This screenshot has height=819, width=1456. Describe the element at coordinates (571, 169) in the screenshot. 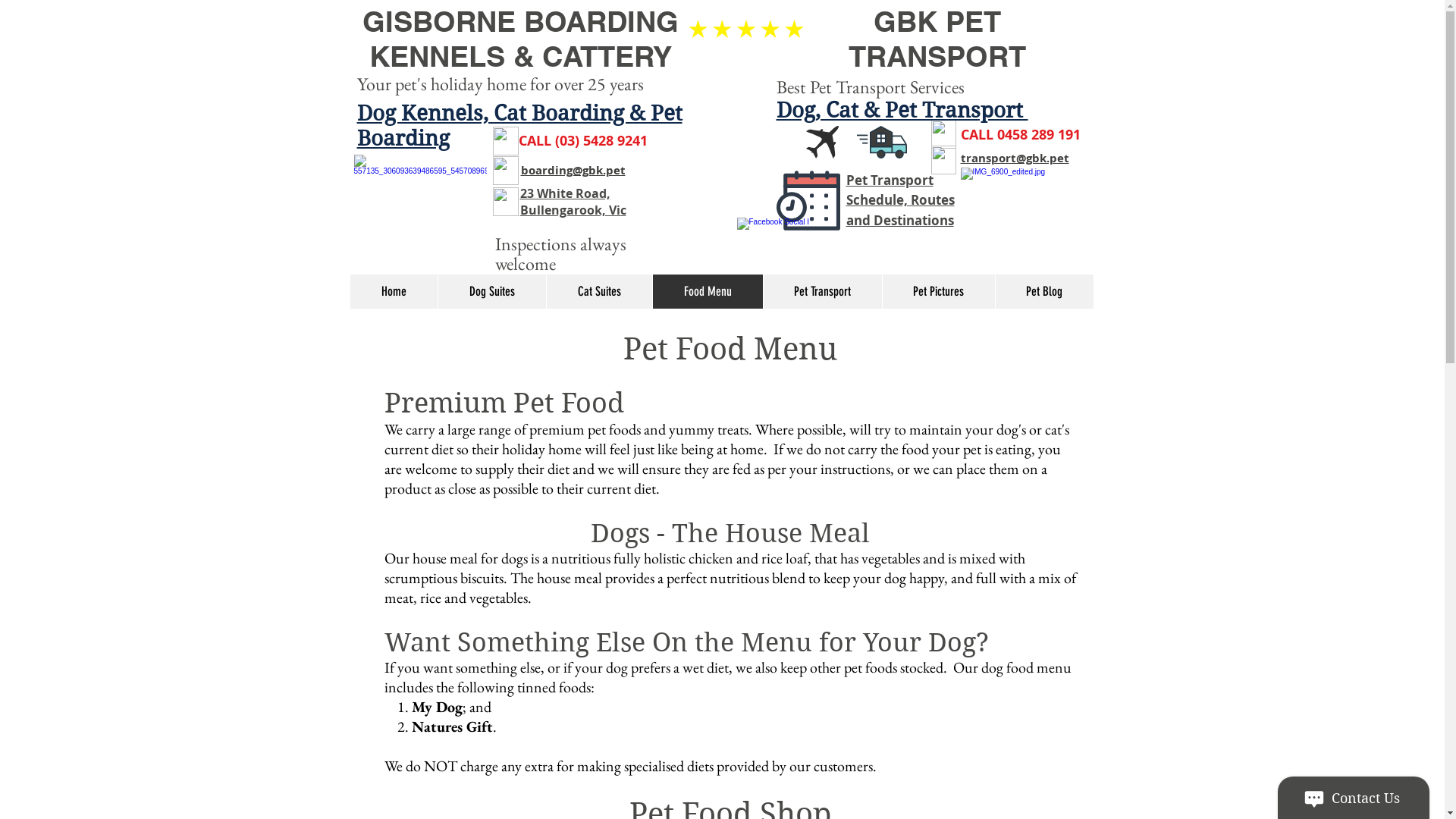

I see `'boarding@gbk.pet'` at that location.